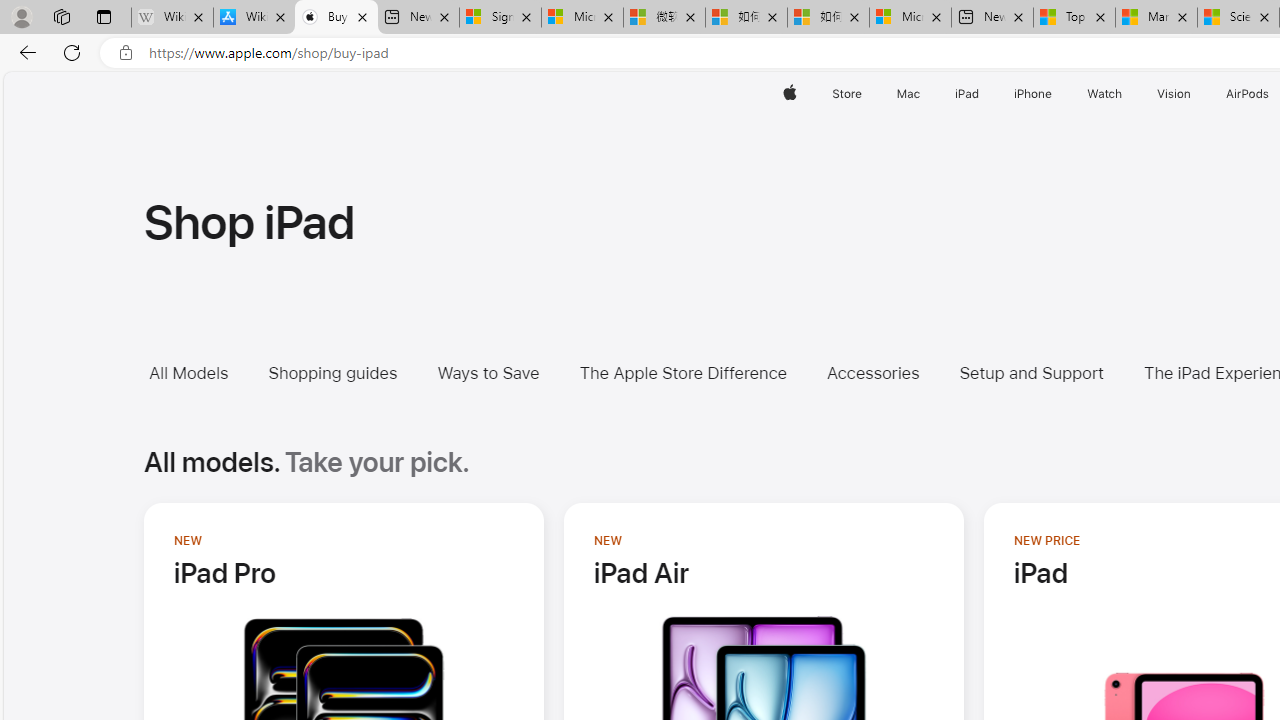 The height and width of the screenshot is (720, 1280). What do you see at coordinates (846, 93) in the screenshot?
I see `'Store'` at bounding box center [846, 93].